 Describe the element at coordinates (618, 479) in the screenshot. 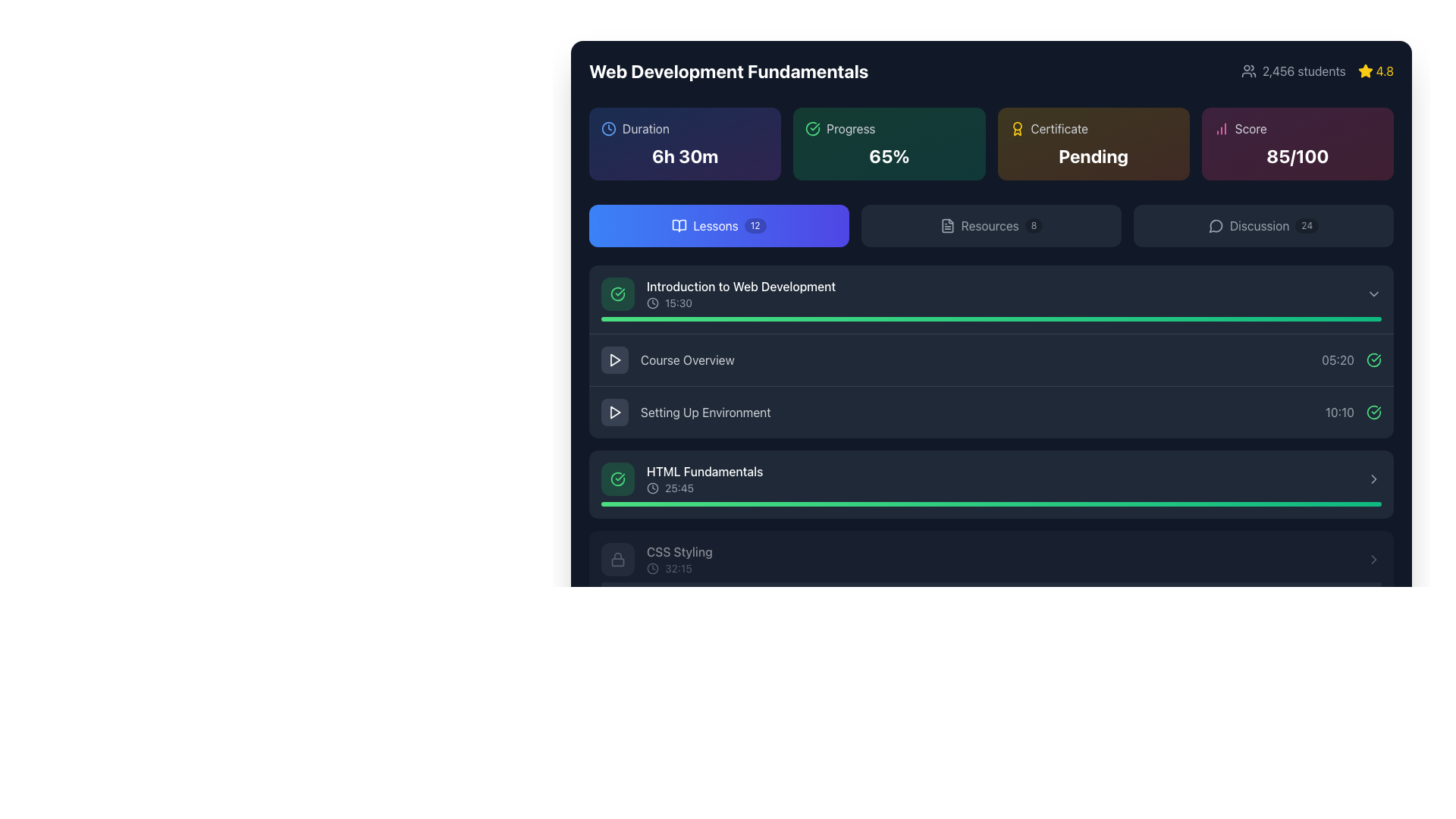

I see `the green checkmark icon with a circular shape, located to the left of the text 'HTML Fundamentals'` at that location.